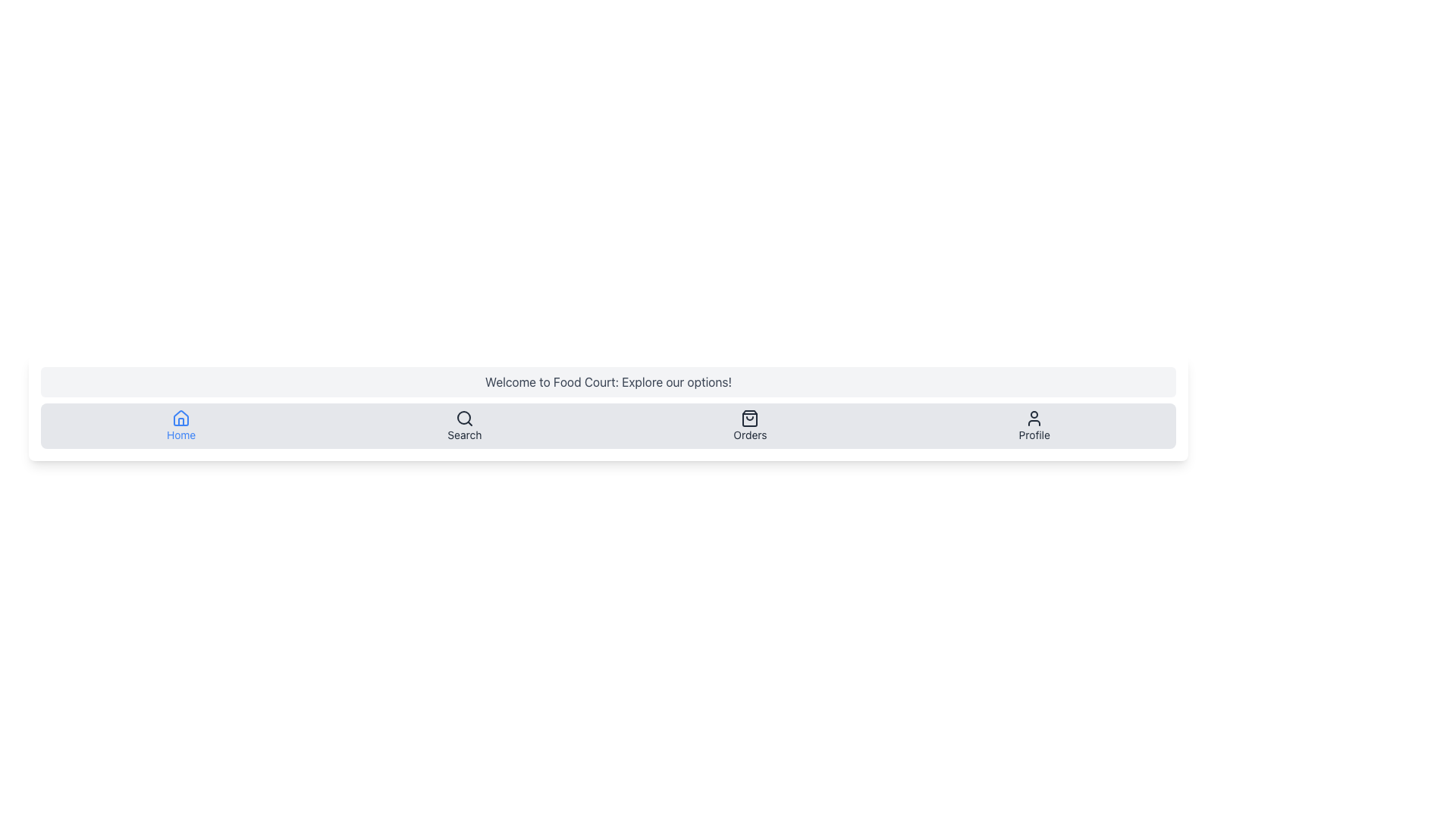  I want to click on the profile icon located in the bottom right of the navigation bar, adjacent to the orders section, so click(1034, 418).